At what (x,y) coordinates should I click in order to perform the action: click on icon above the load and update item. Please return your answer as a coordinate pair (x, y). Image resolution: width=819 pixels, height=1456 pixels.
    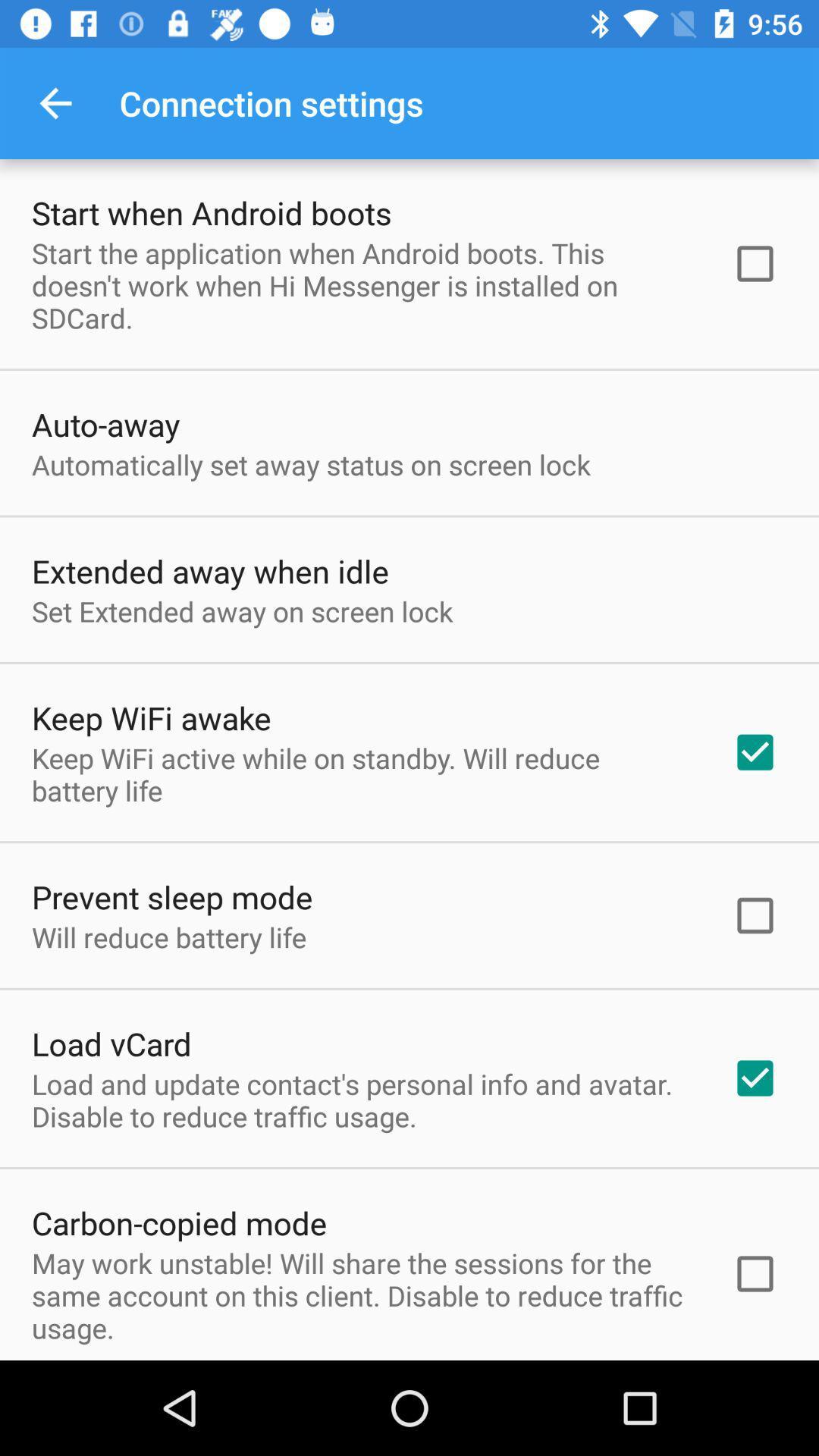
    Looking at the image, I should click on (111, 1043).